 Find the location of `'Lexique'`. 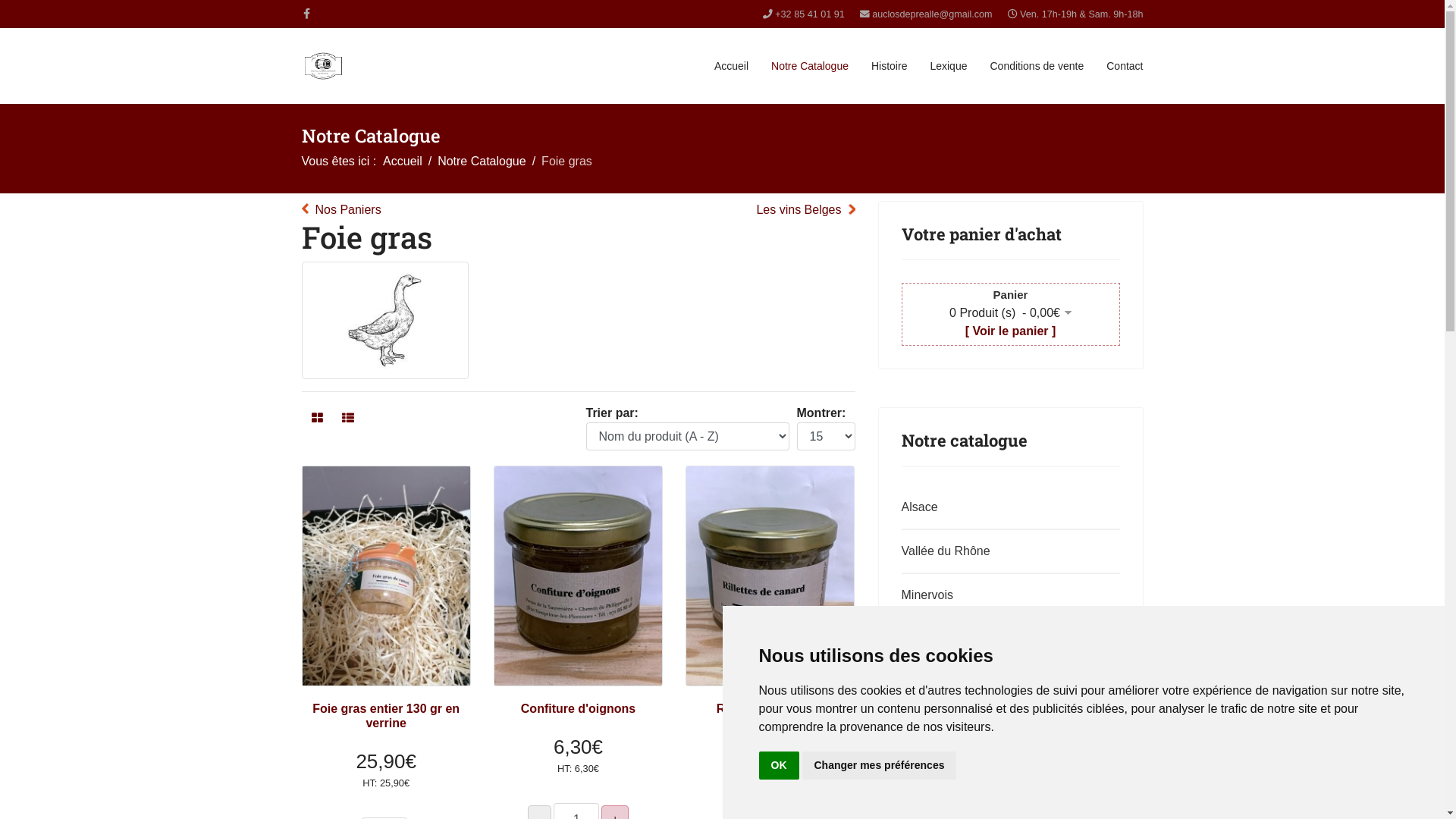

'Lexique' is located at coordinates (947, 65).